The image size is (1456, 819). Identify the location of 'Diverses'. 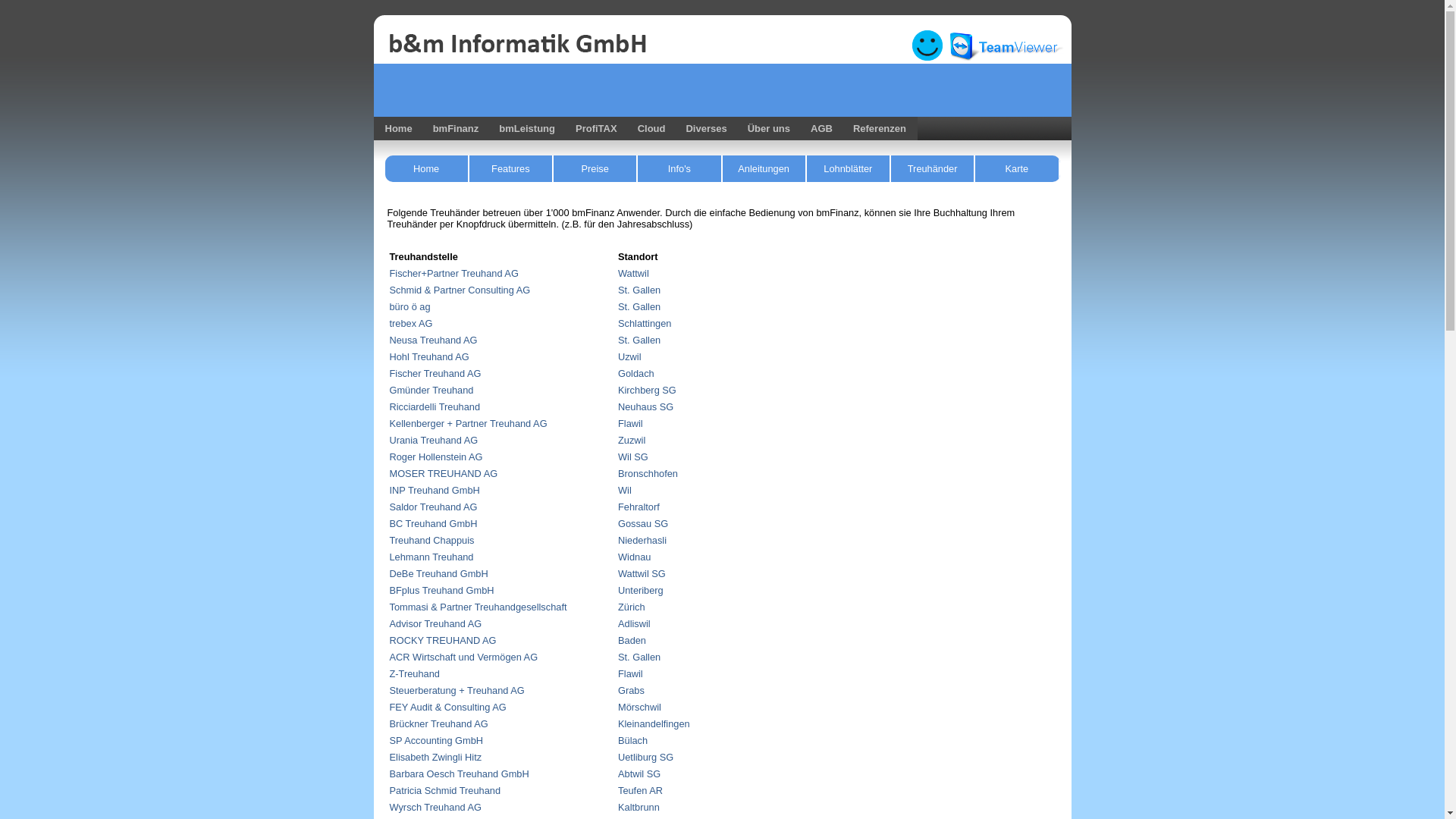
(705, 127).